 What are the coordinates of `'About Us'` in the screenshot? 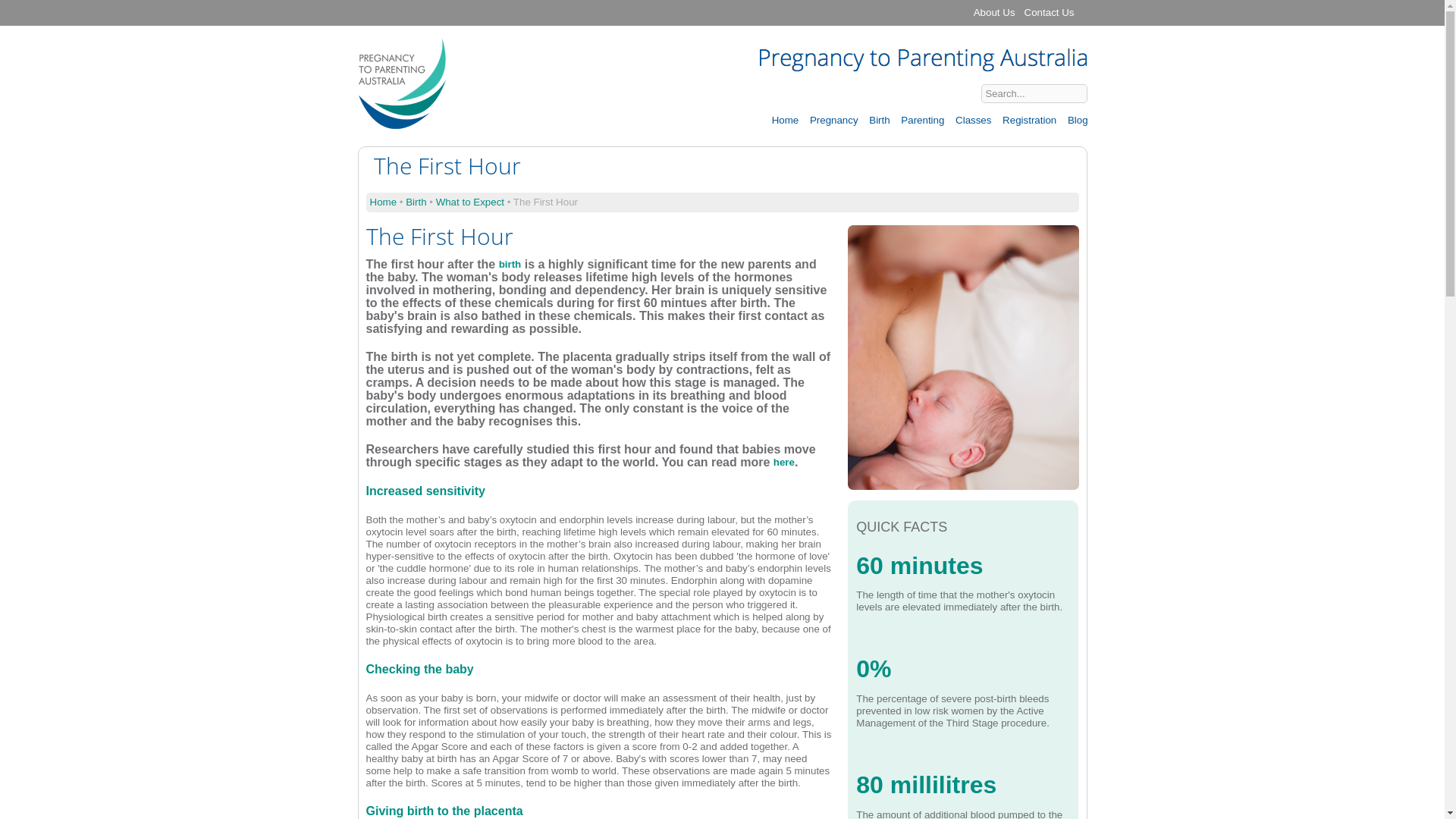 It's located at (994, 12).